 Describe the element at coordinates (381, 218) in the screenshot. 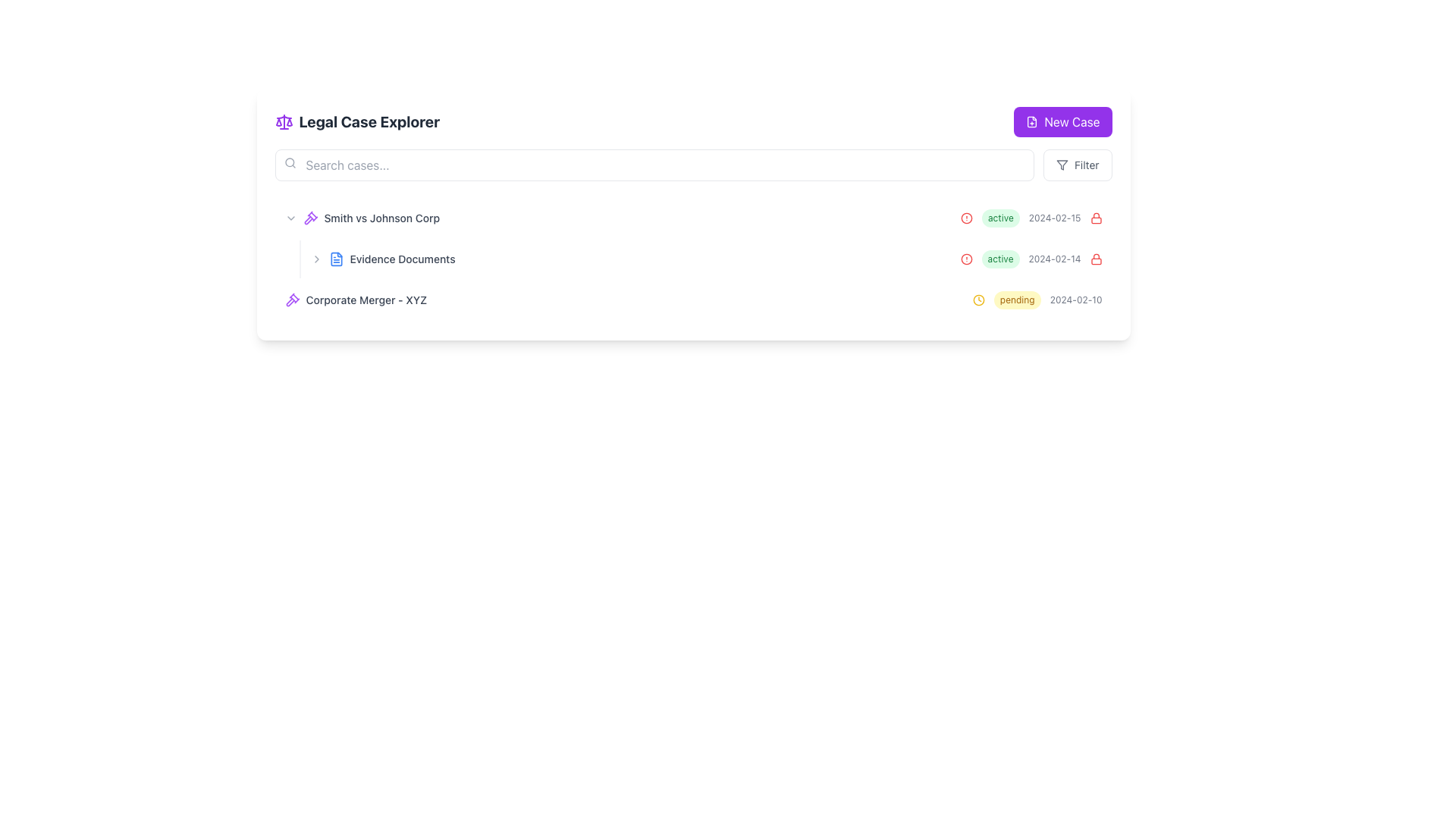

I see `the static text label that identifies a specific case or topic in the legal case management interface, located centrally in the interface, following a gavel icon and preceding a sub-list` at that location.